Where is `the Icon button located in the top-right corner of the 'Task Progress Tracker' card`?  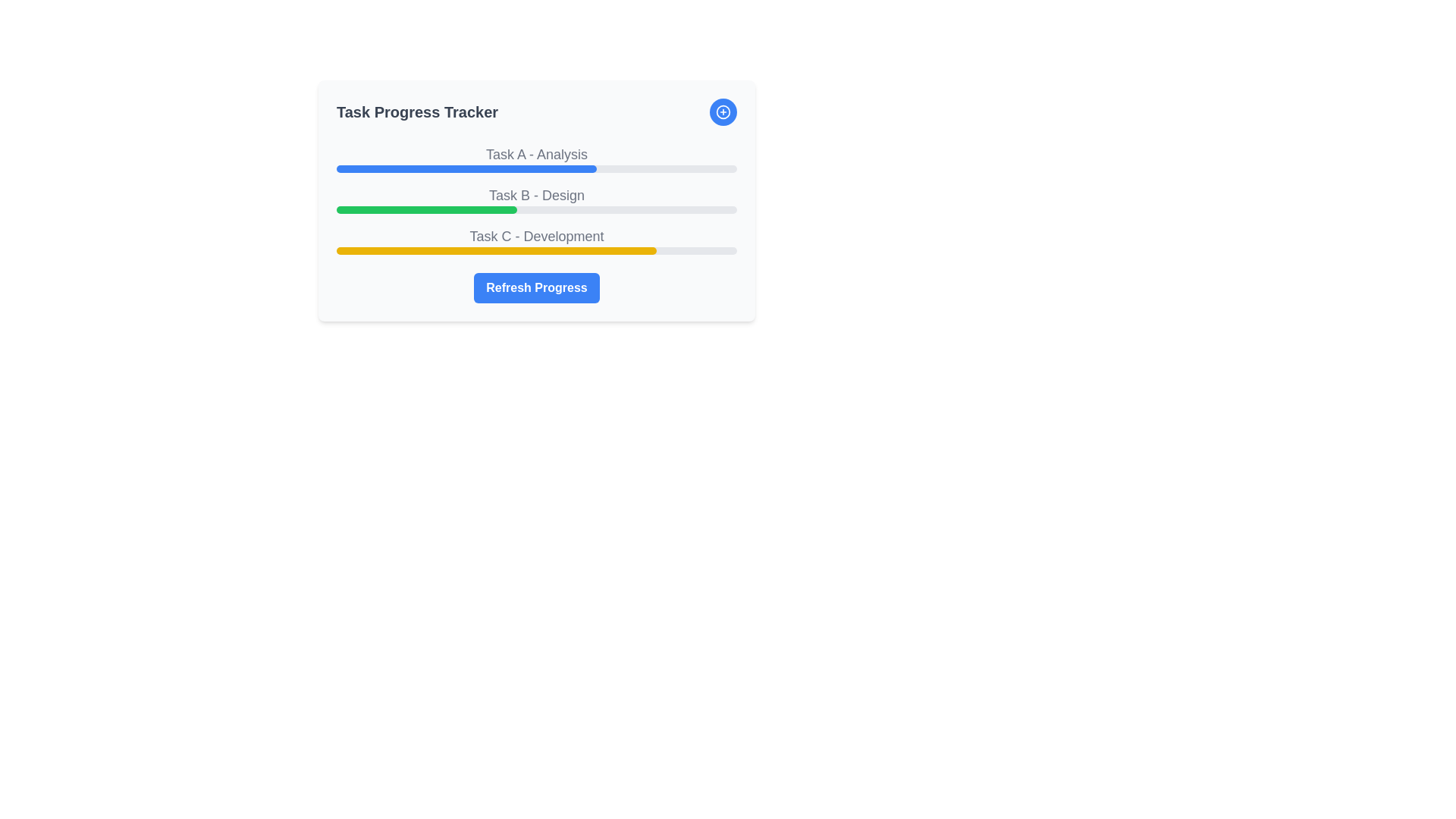 the Icon button located in the top-right corner of the 'Task Progress Tracker' card is located at coordinates (723, 111).